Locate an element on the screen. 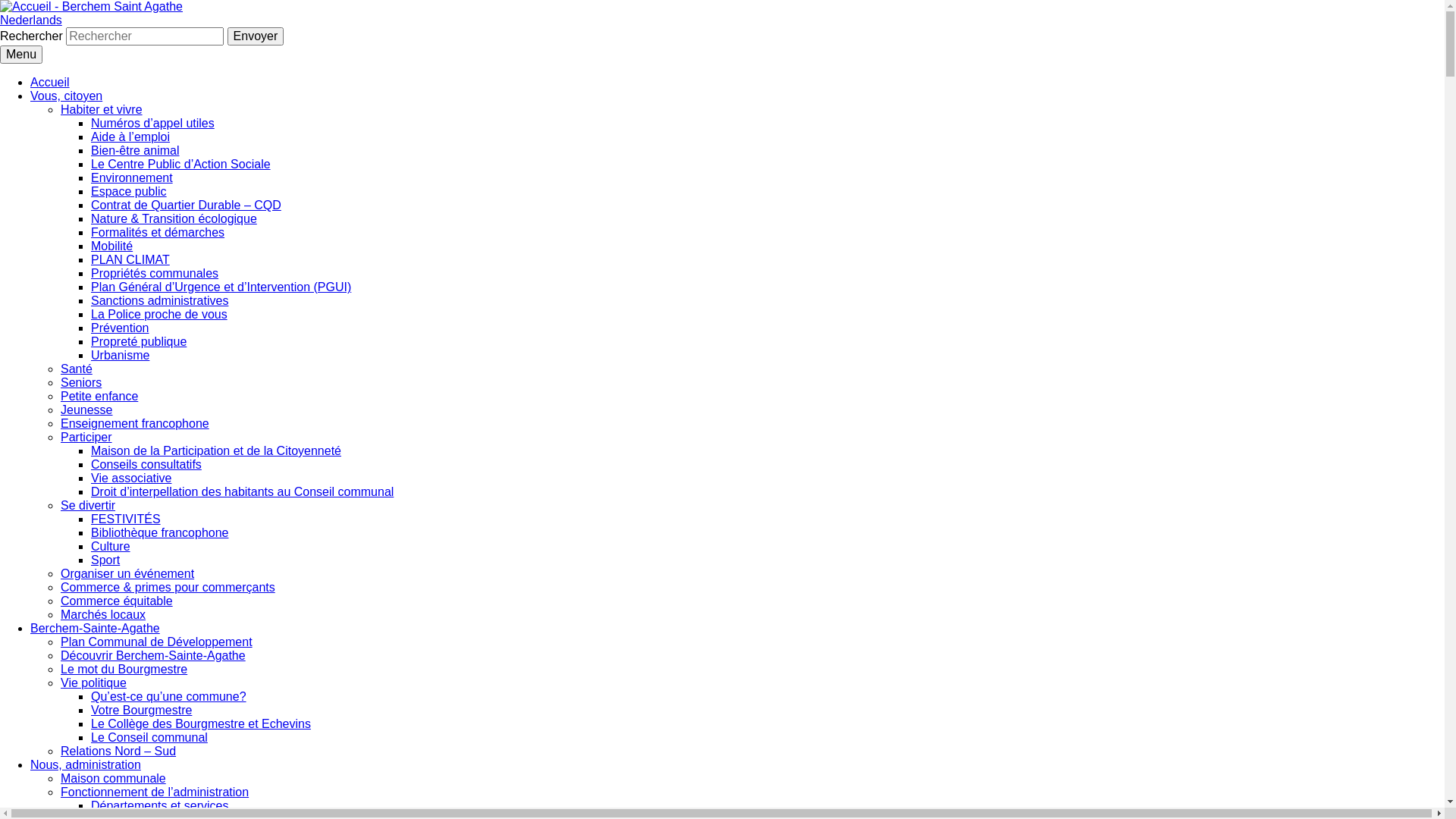  'Petite enfance' is located at coordinates (61, 395).